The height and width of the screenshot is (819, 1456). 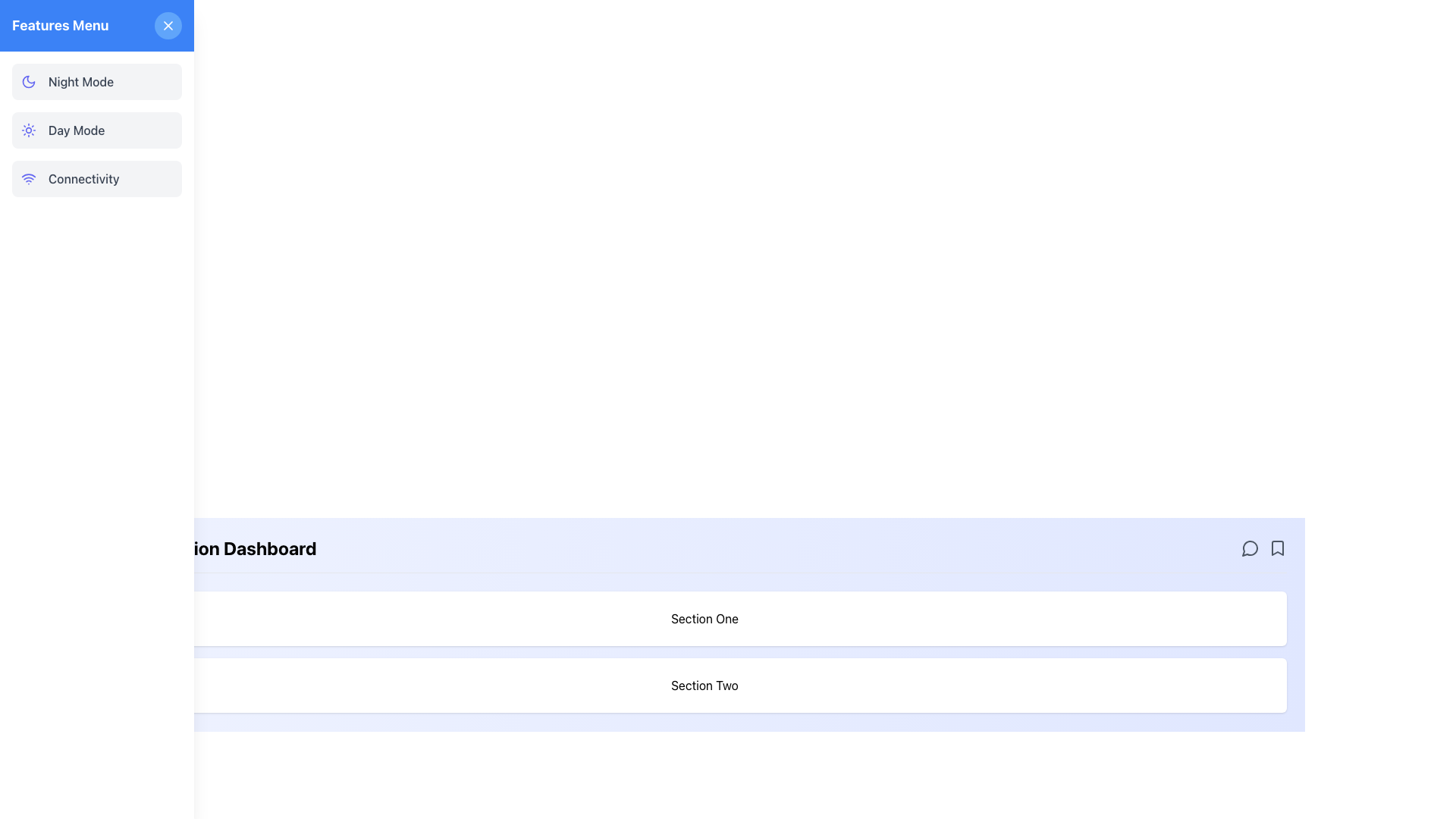 What do you see at coordinates (168, 26) in the screenshot?
I see `the close button, which is a small white 'X' icon in a blue circular background, located at the top-right corner of the 'Features Menu' header` at bounding box center [168, 26].